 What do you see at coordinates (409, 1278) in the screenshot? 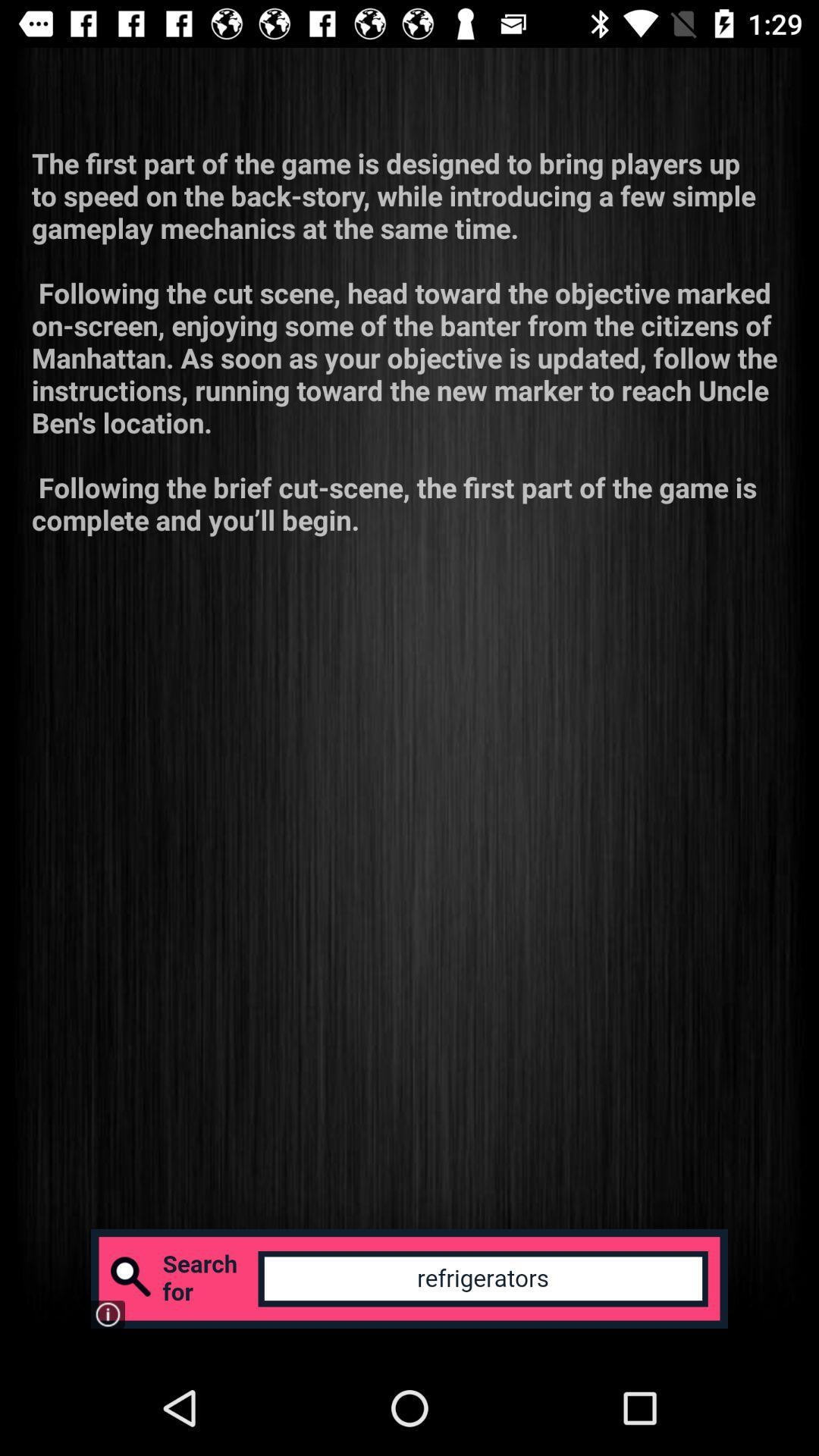
I see `search option` at bounding box center [409, 1278].